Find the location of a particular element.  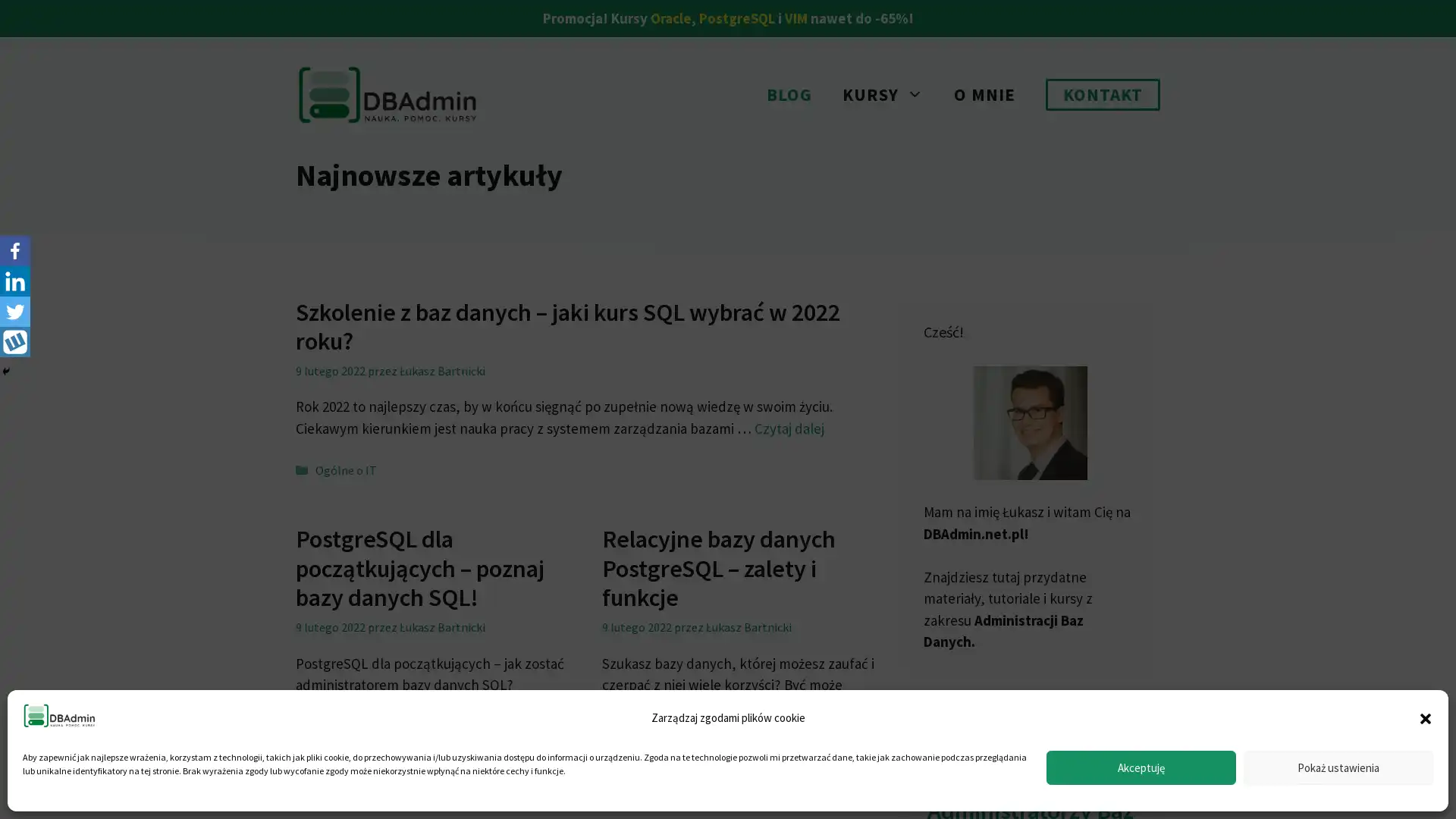

Pokaz ustawienia is located at coordinates (1338, 767).